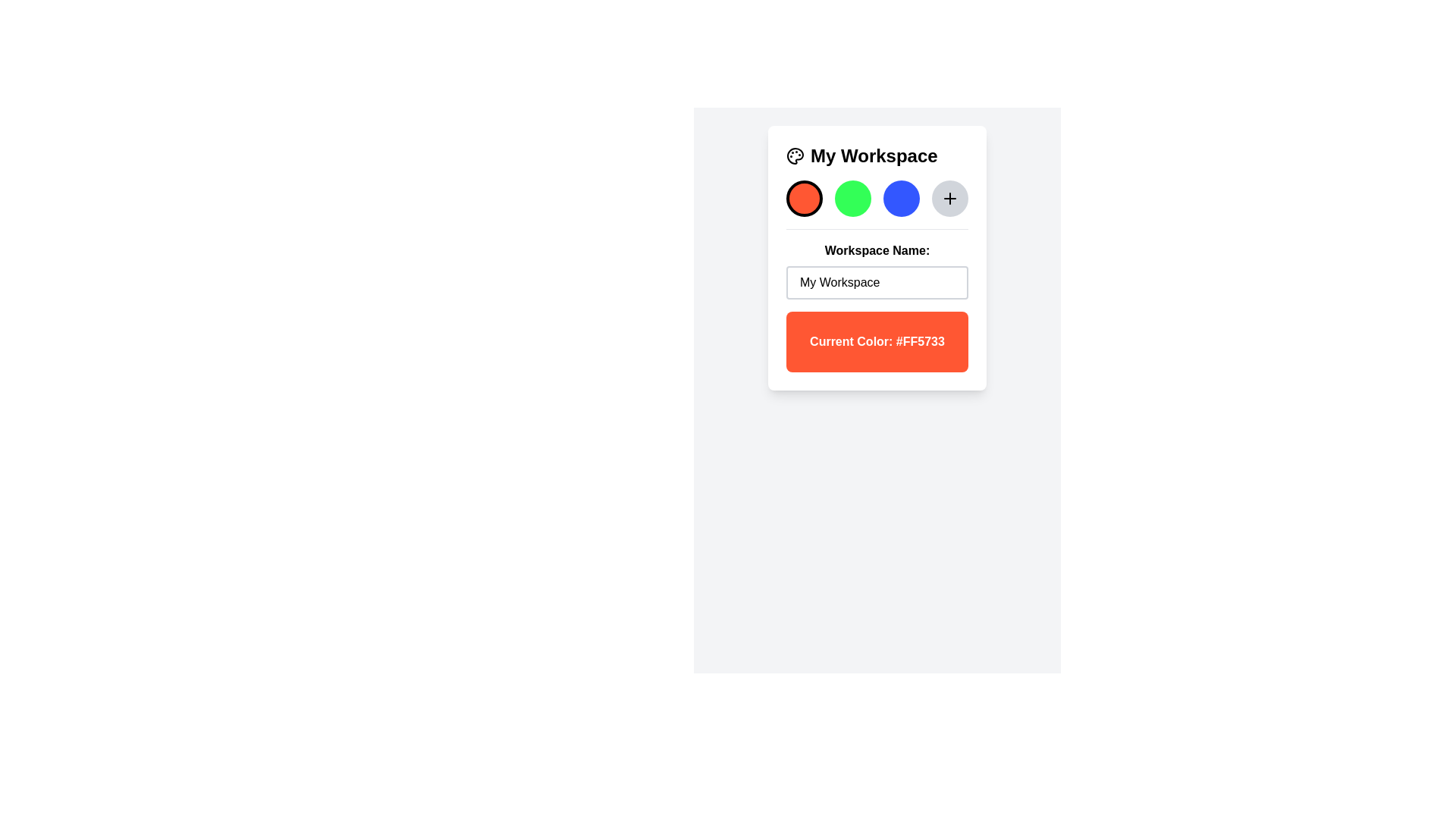 Image resolution: width=1456 pixels, height=819 pixels. Describe the element at coordinates (902, 198) in the screenshot. I see `the third button in a horizontal row of four buttons` at that location.